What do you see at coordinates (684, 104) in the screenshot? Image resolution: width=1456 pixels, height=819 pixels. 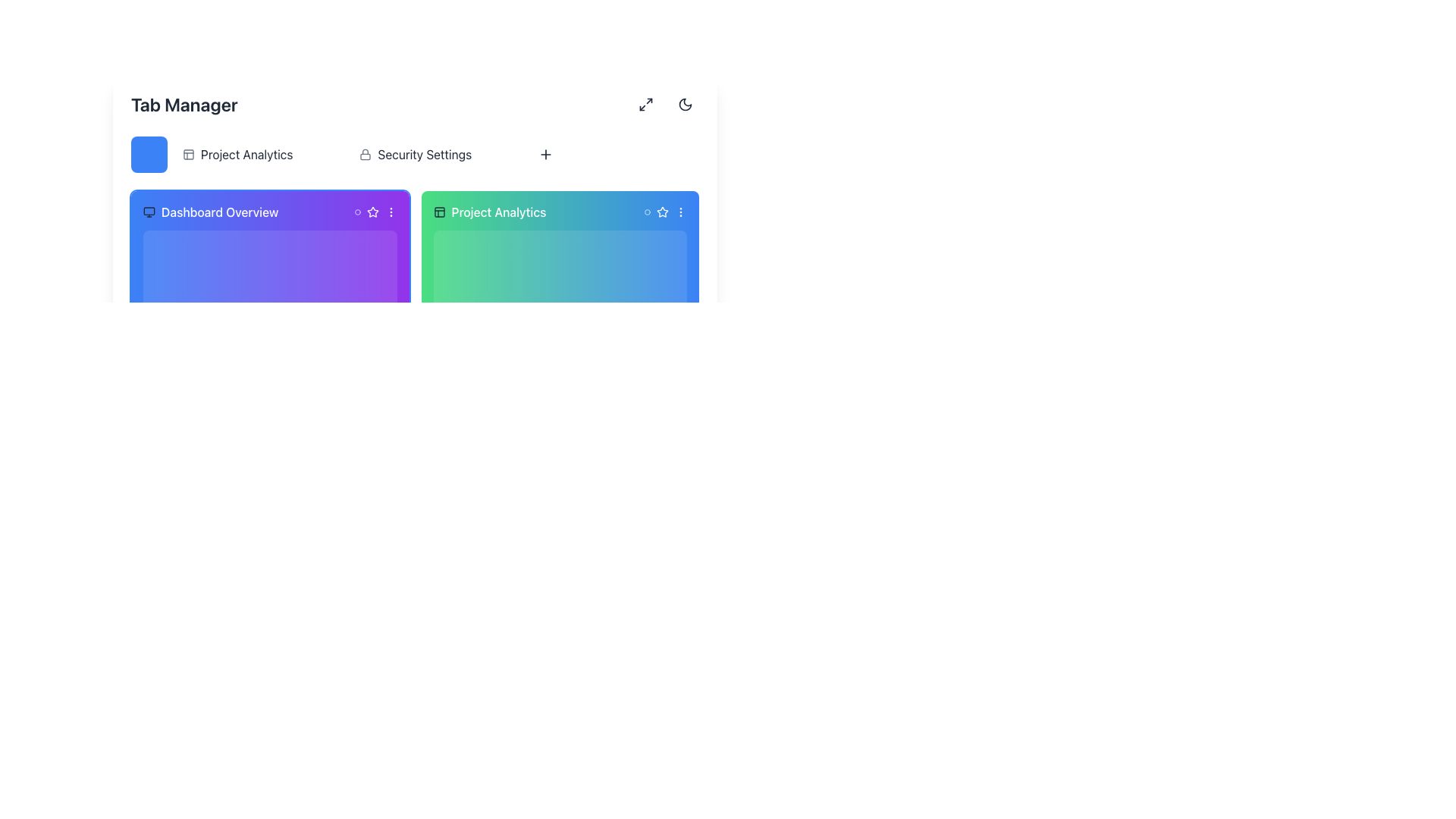 I see `the dark mode toggle icon located in the top-right corner of the interface` at bounding box center [684, 104].